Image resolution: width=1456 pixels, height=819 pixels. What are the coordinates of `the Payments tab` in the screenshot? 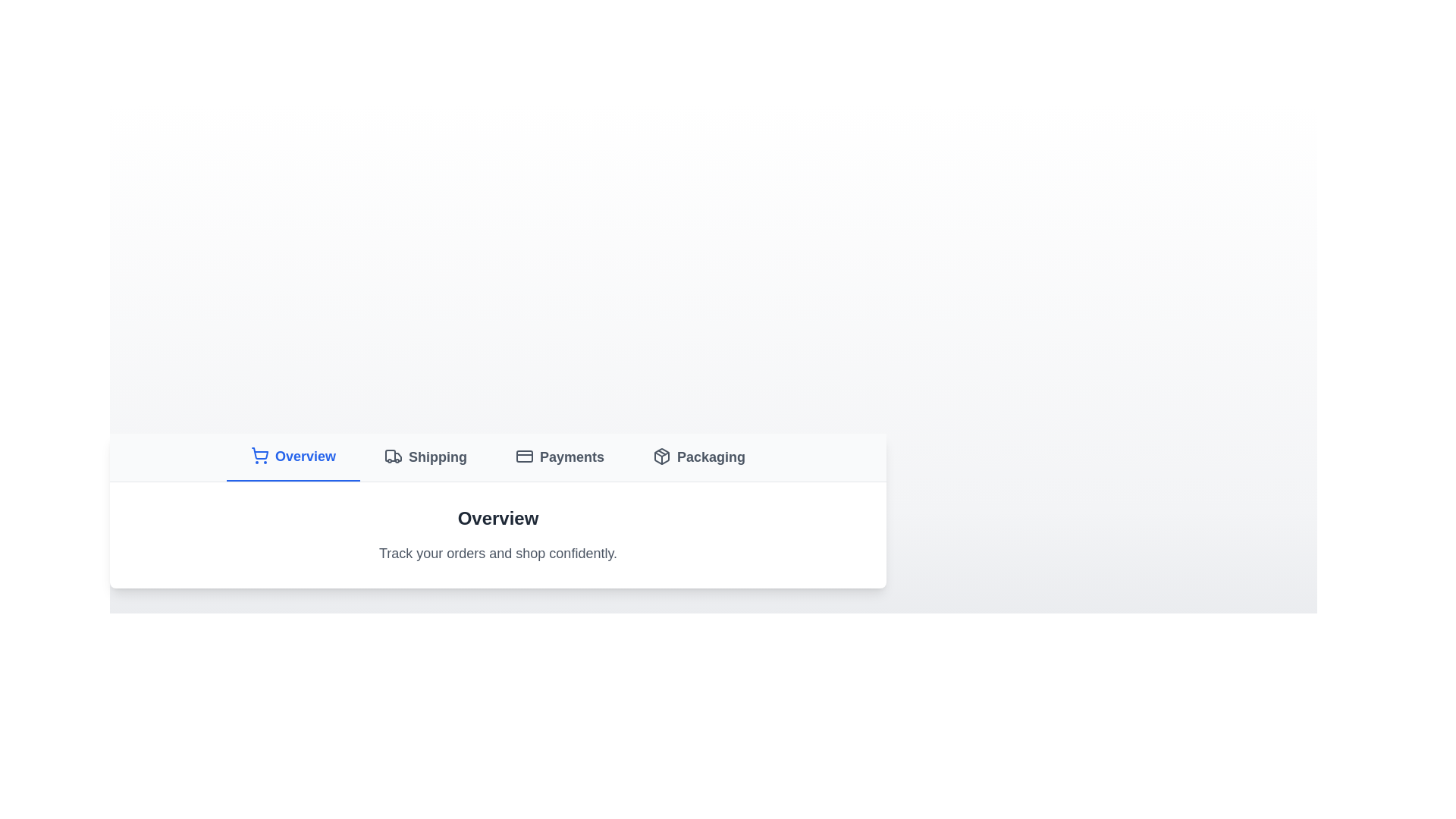 It's located at (559, 457).